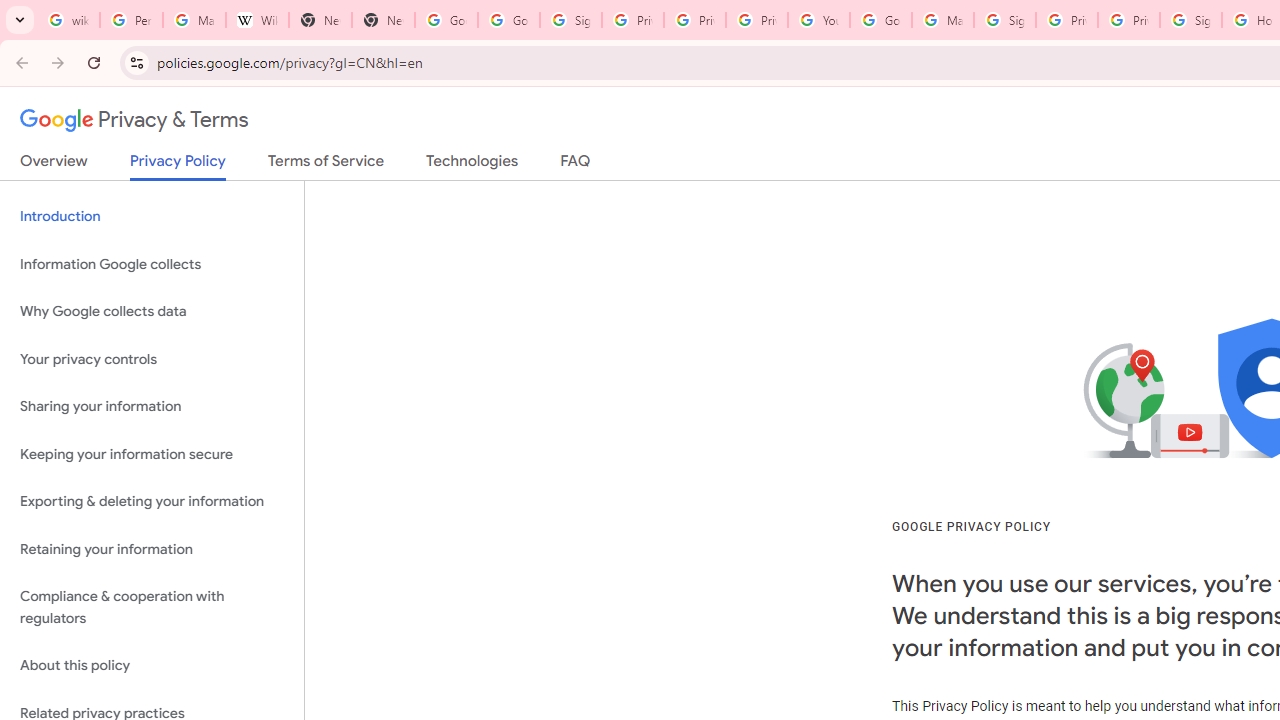 The width and height of the screenshot is (1280, 720). What do you see at coordinates (151, 454) in the screenshot?
I see `'Keeping your information secure'` at bounding box center [151, 454].